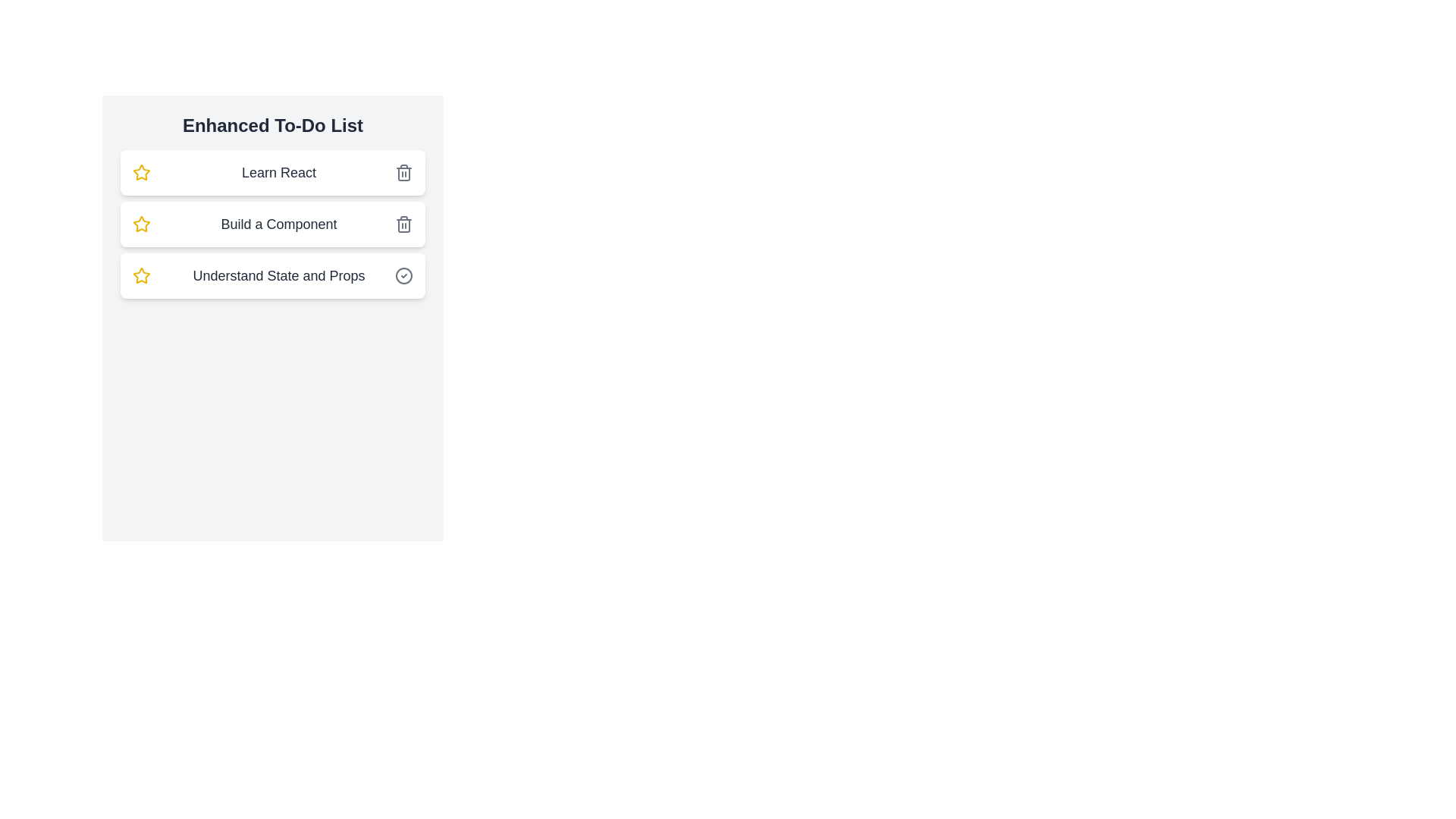 The width and height of the screenshot is (1456, 819). What do you see at coordinates (279, 275) in the screenshot?
I see `the text label displaying 'Understand State and Props', which is the last item` at bounding box center [279, 275].